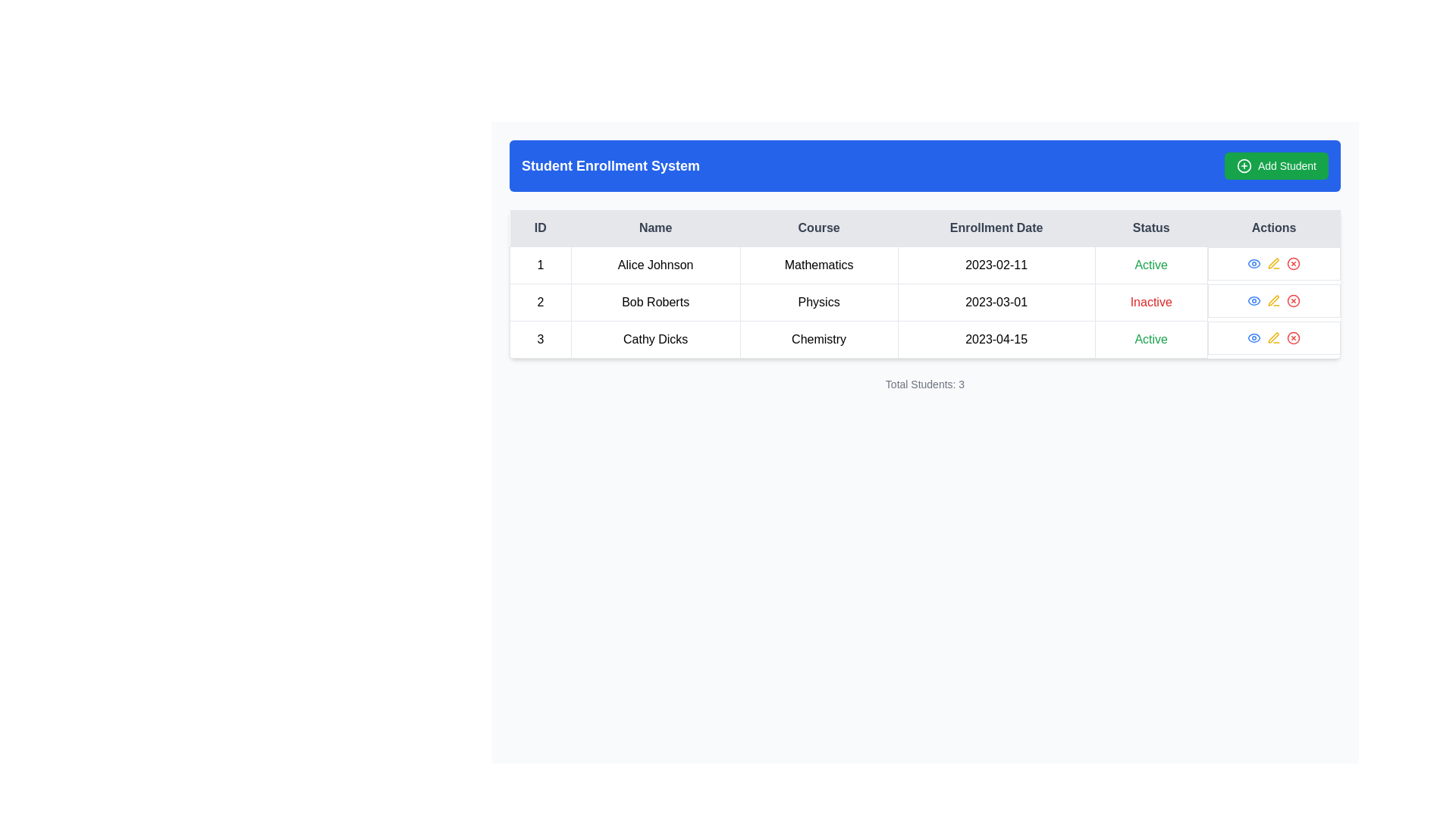  Describe the element at coordinates (1293, 262) in the screenshot. I see `the circular red-bordered button with a cross icon in the 'Actions' column of the third row in the table` at that location.